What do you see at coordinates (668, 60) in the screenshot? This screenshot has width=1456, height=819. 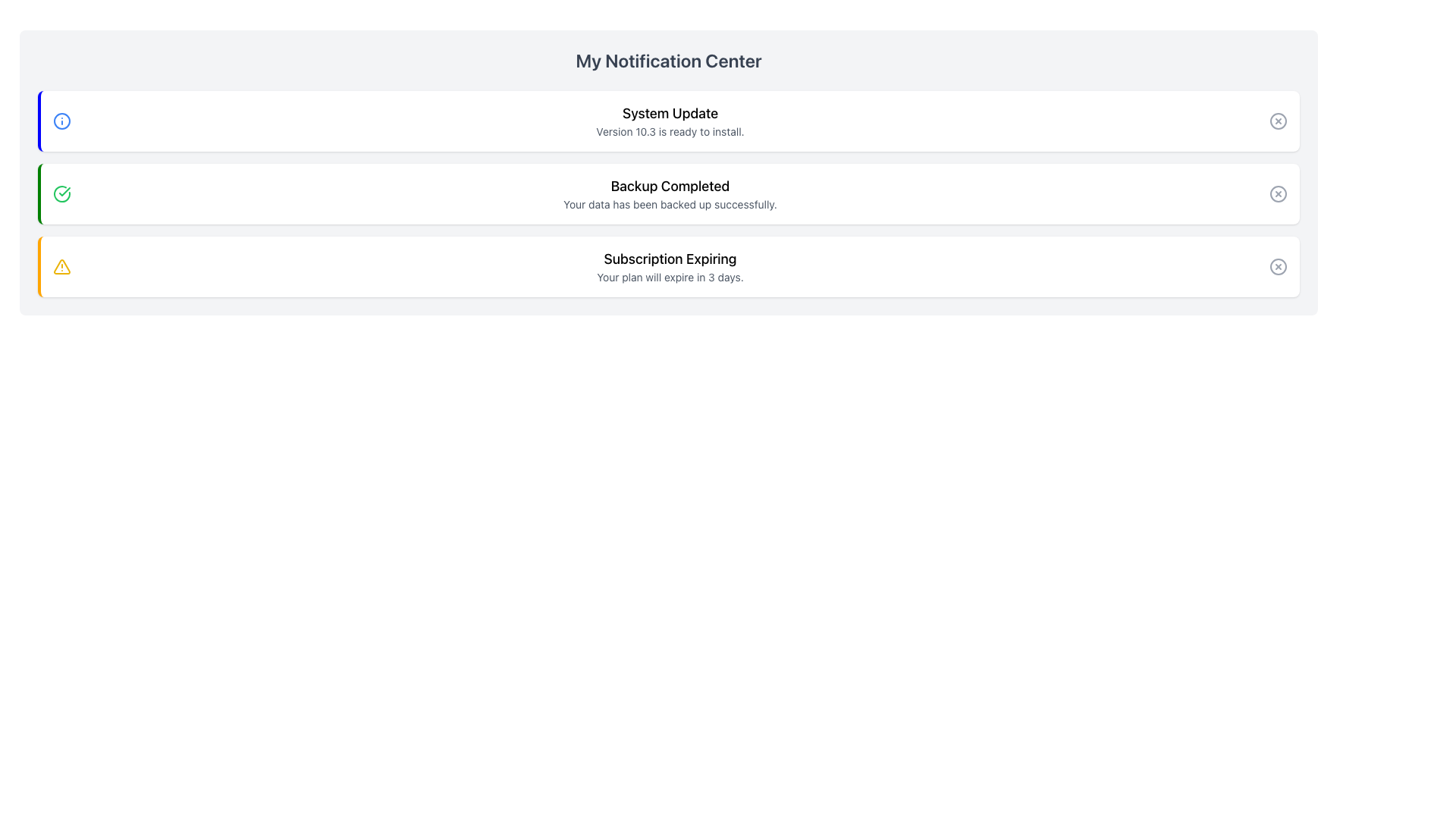 I see `the static text label that serves as the title for the notification panel located at the top of the 'Notification Center' section` at bounding box center [668, 60].